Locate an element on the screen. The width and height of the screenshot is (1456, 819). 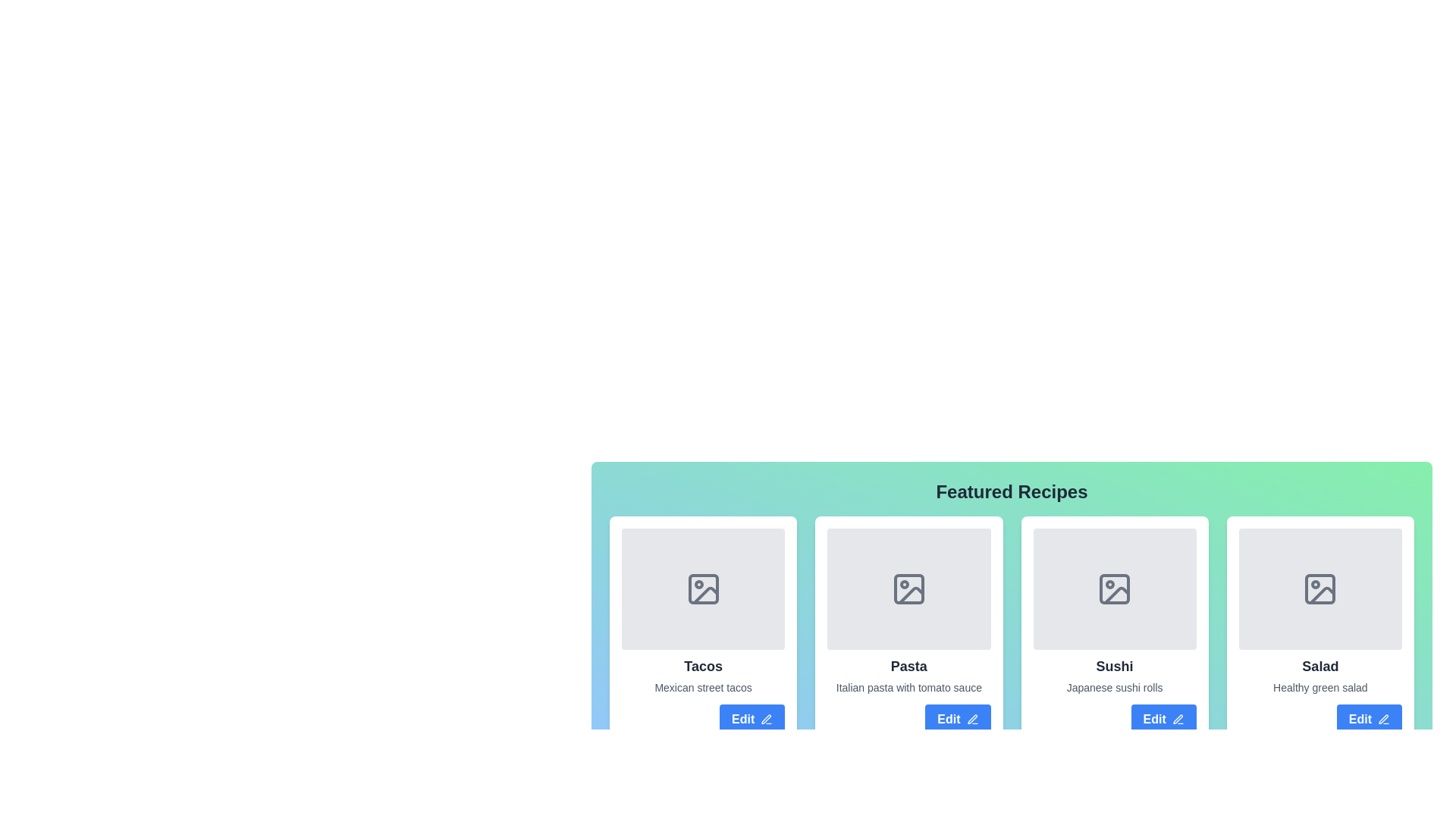
the edit icon within the 'Edit' button of the 'Salad' card to initiate the edit action is located at coordinates (1383, 718).